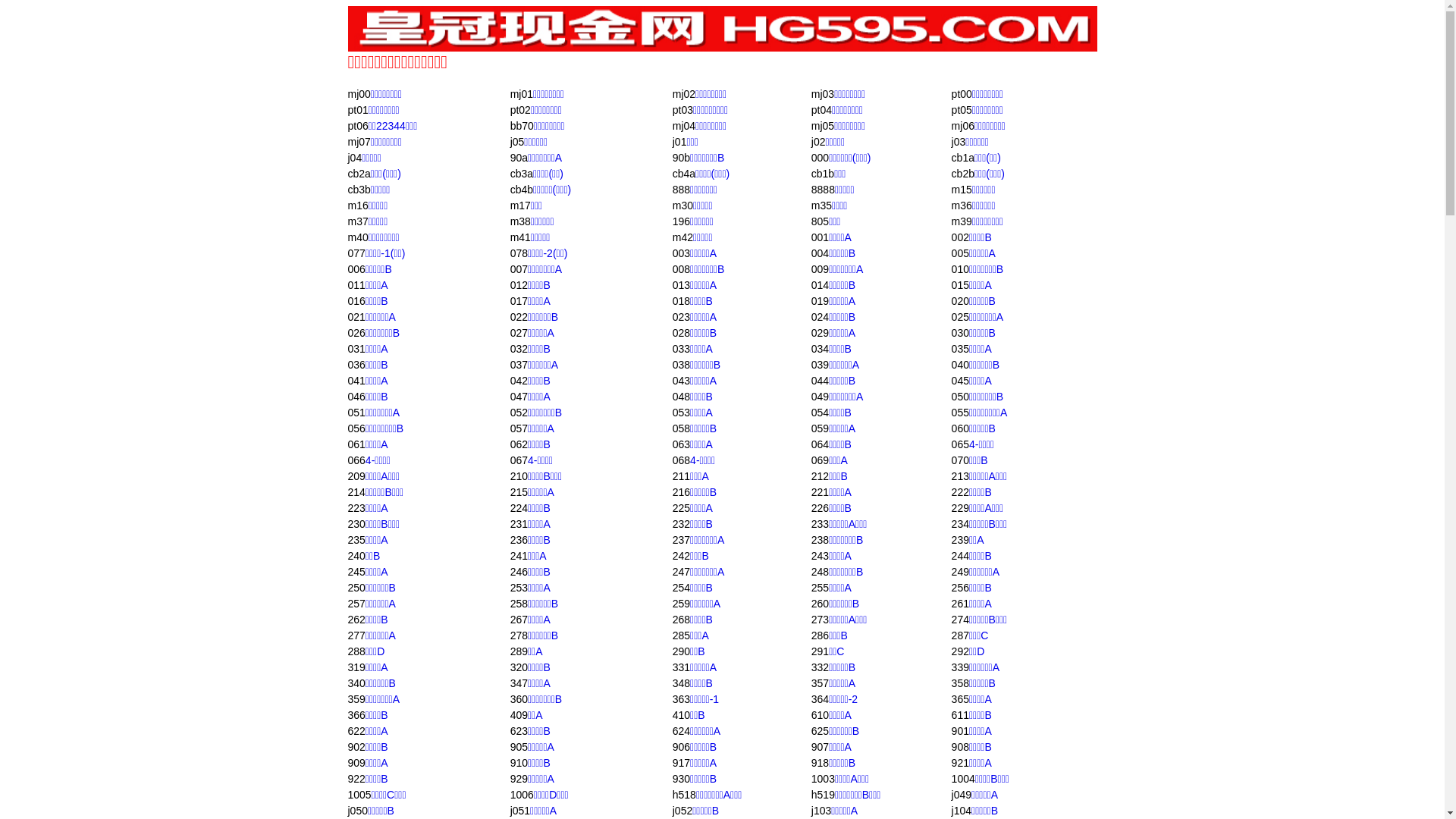 The image size is (1456, 819). Describe the element at coordinates (959, 666) in the screenshot. I see `'339'` at that location.